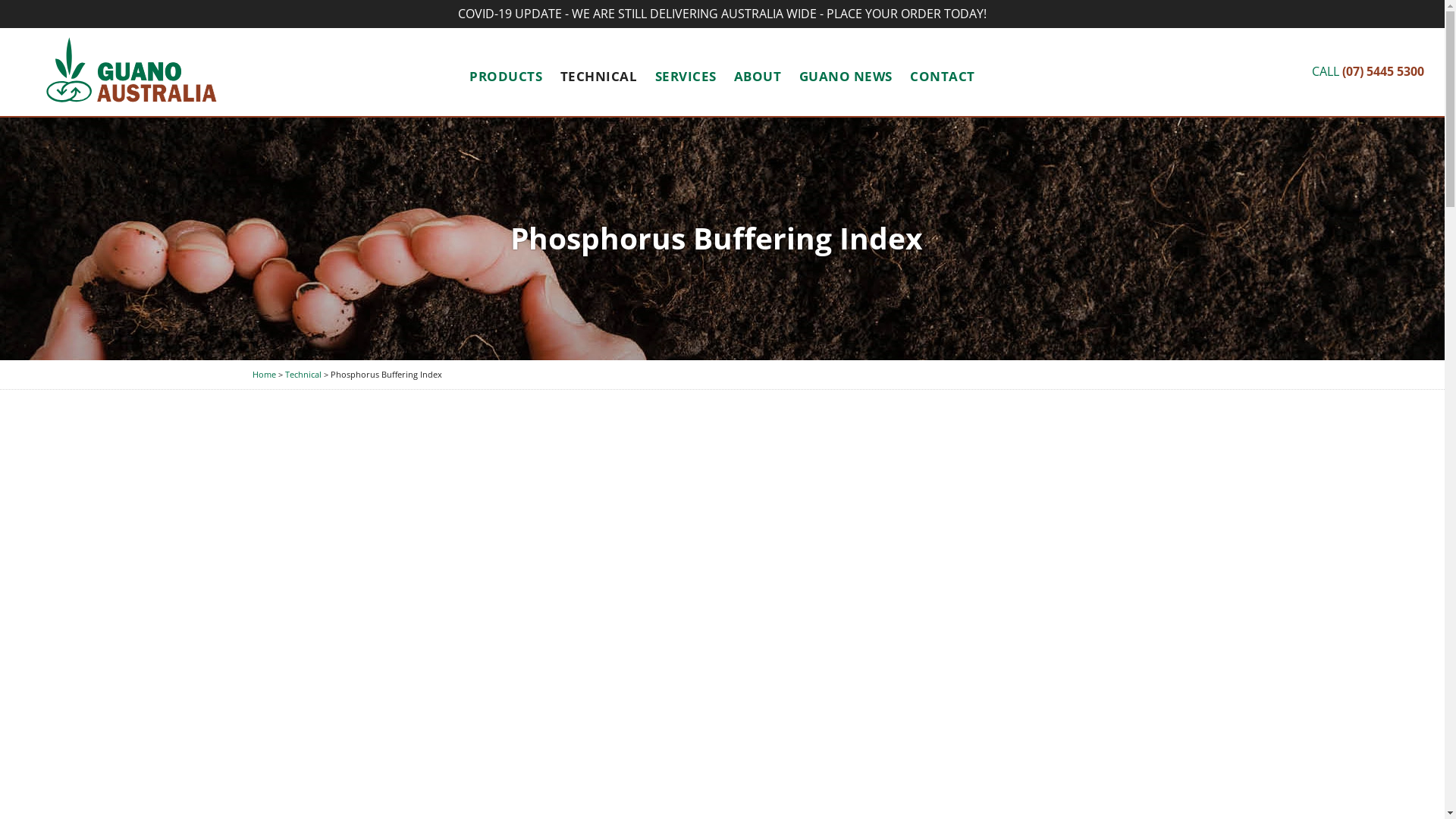 The image size is (1456, 819). What do you see at coordinates (942, 76) in the screenshot?
I see `'CONTACT'` at bounding box center [942, 76].